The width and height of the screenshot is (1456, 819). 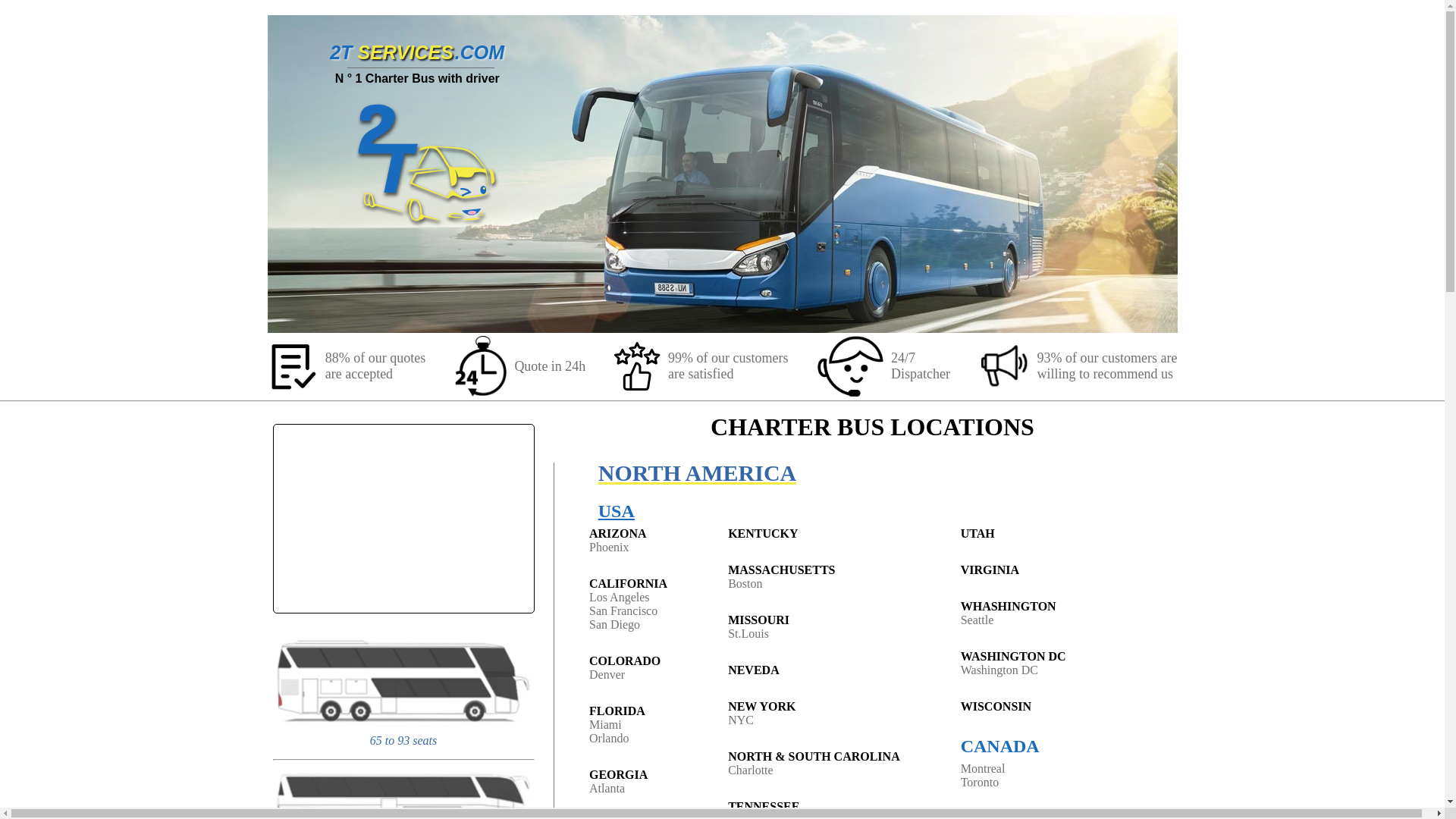 What do you see at coordinates (753, 669) in the screenshot?
I see `'NEVEDA'` at bounding box center [753, 669].